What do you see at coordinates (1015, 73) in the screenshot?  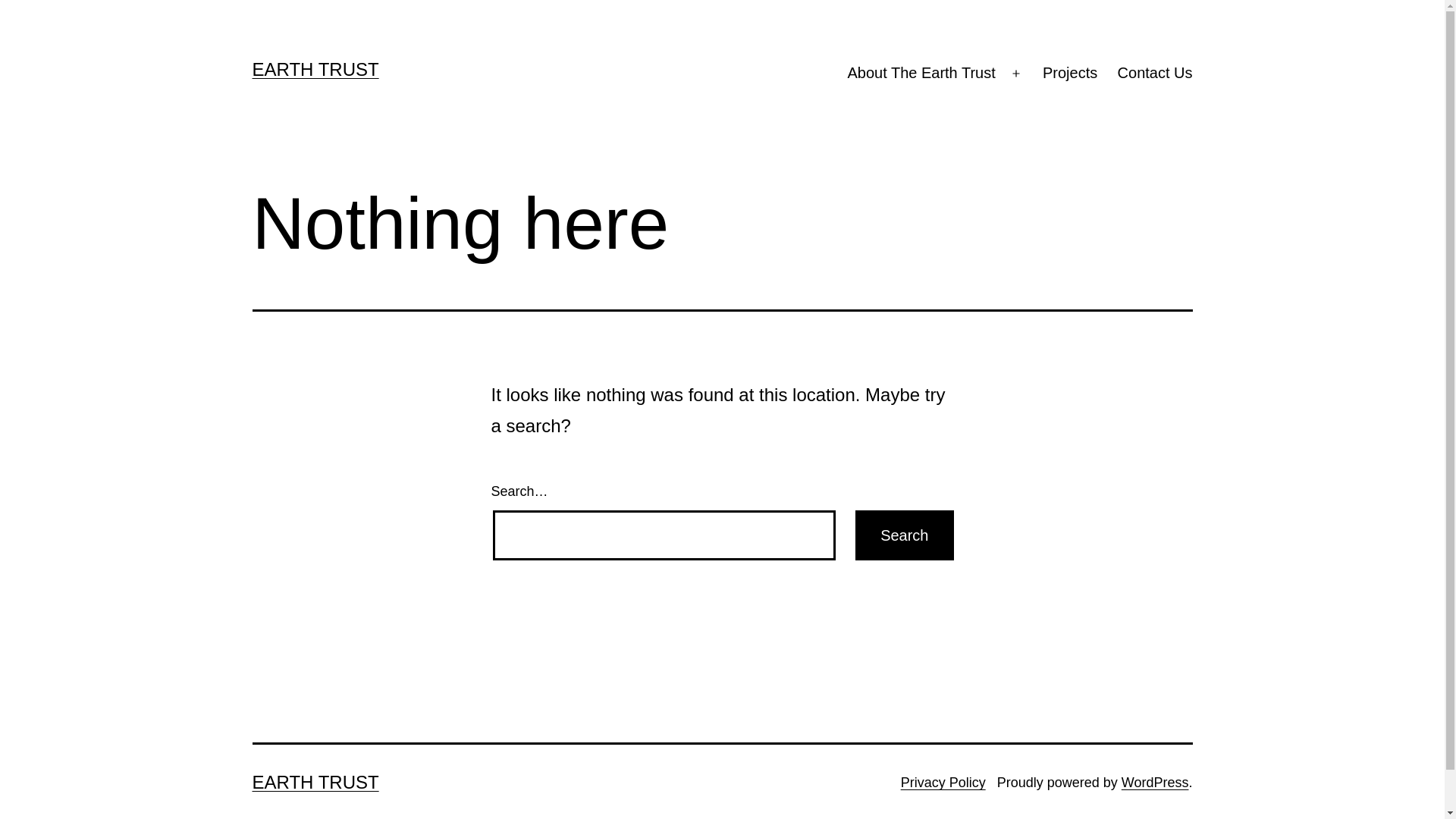 I see `'Open menu'` at bounding box center [1015, 73].